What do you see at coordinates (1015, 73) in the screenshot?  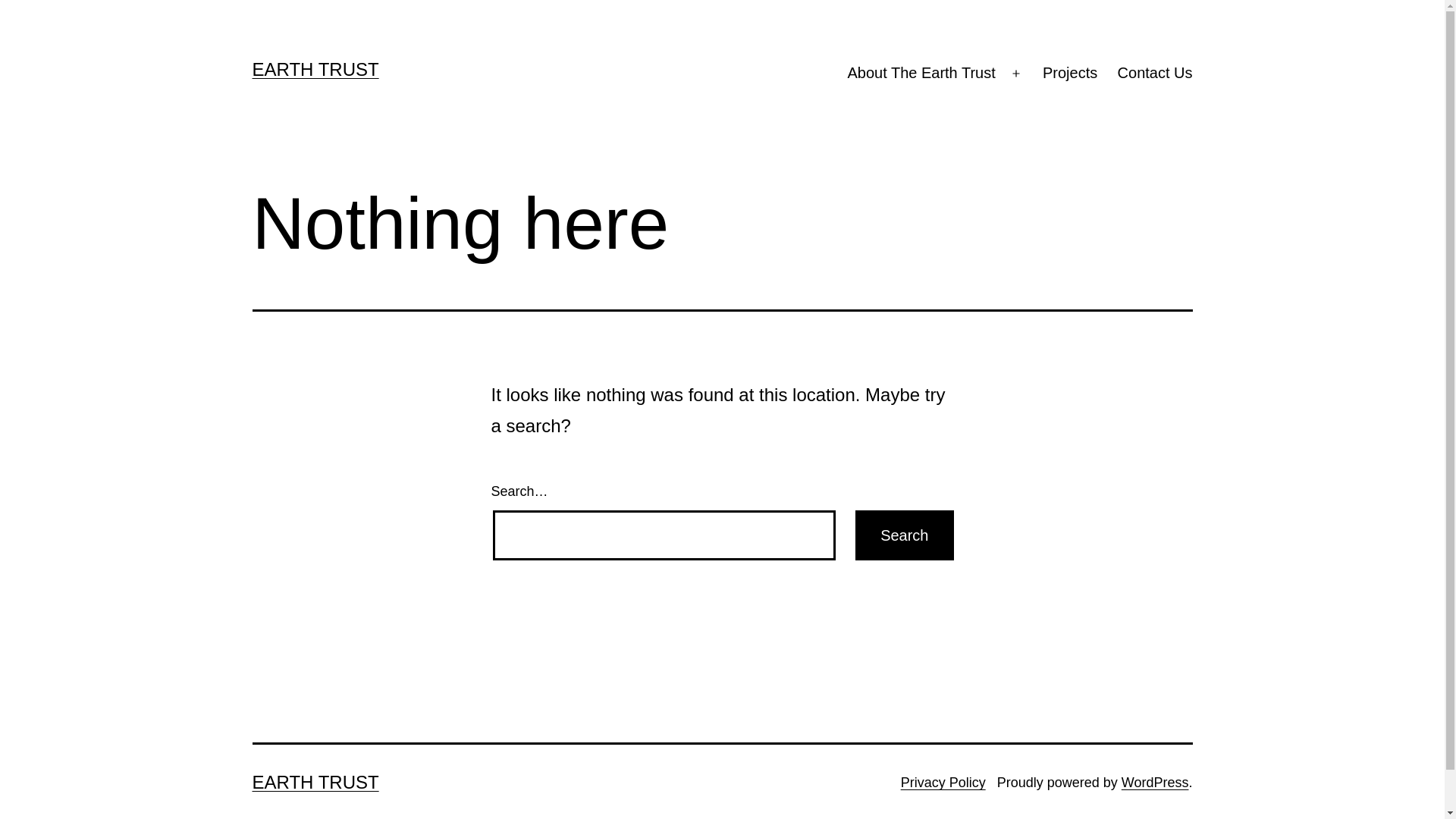 I see `'Open menu'` at bounding box center [1015, 73].